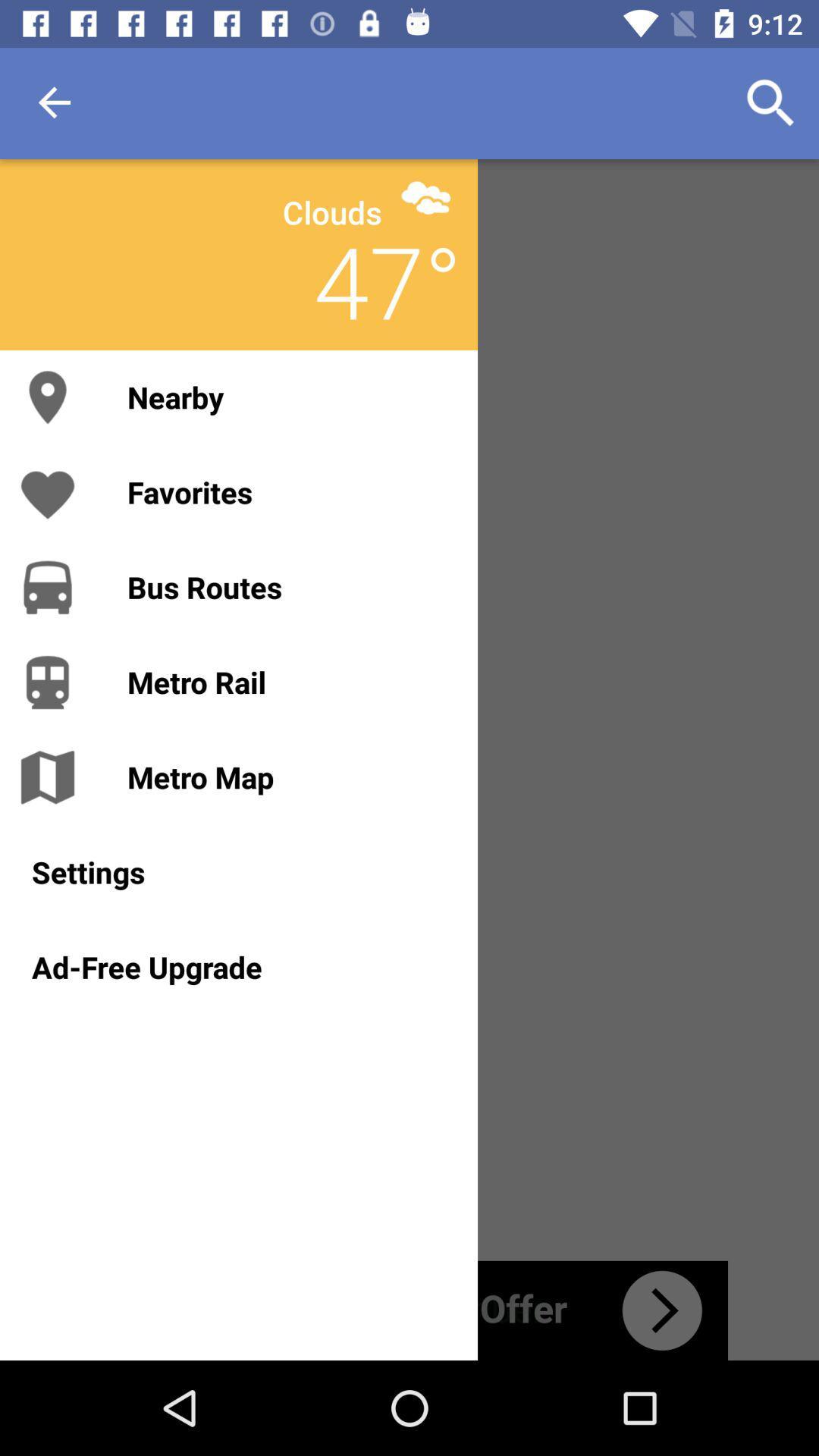 The width and height of the screenshot is (819, 1456). I want to click on the nearby, so click(287, 397).